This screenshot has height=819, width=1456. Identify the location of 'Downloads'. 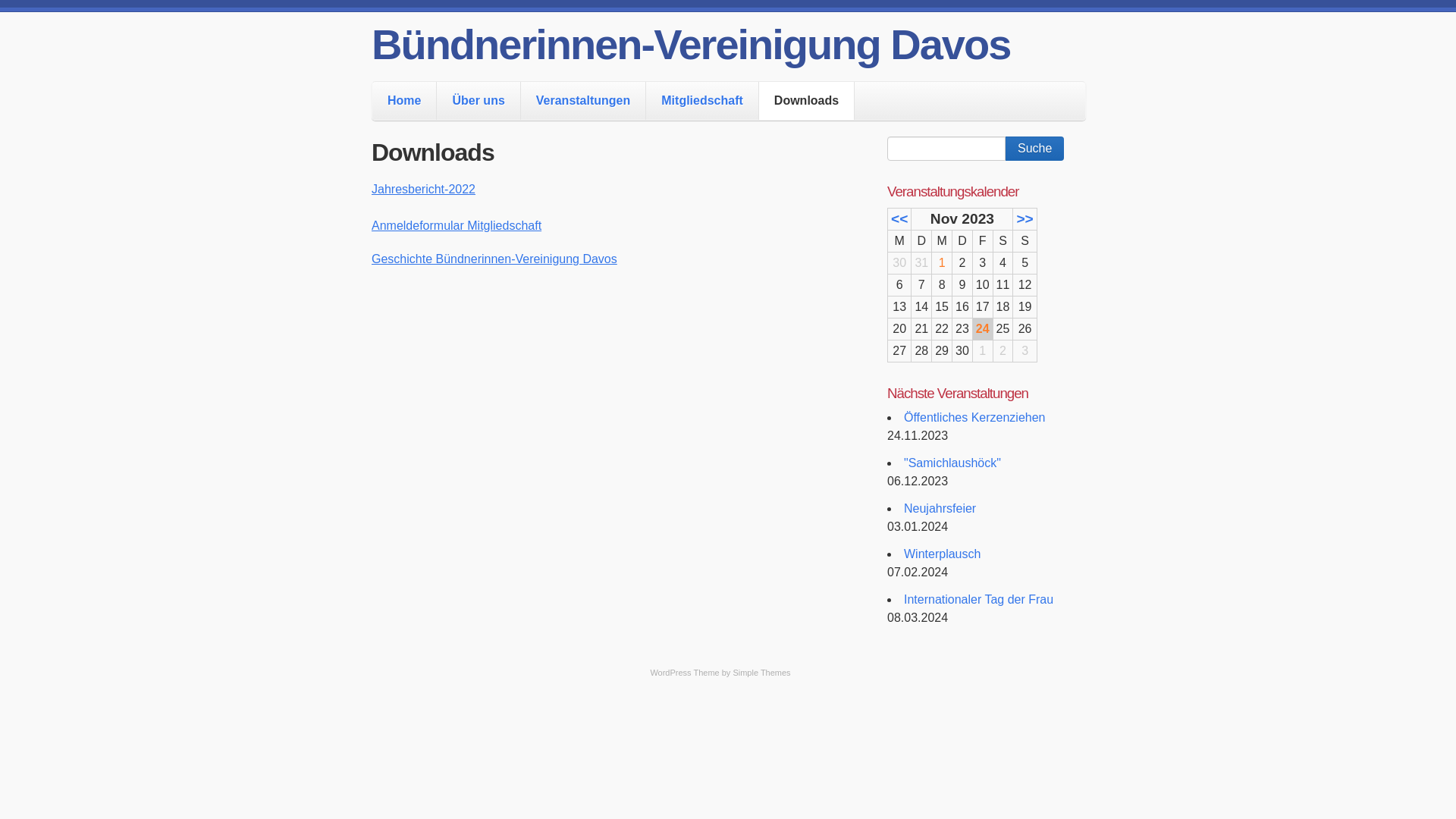
(805, 100).